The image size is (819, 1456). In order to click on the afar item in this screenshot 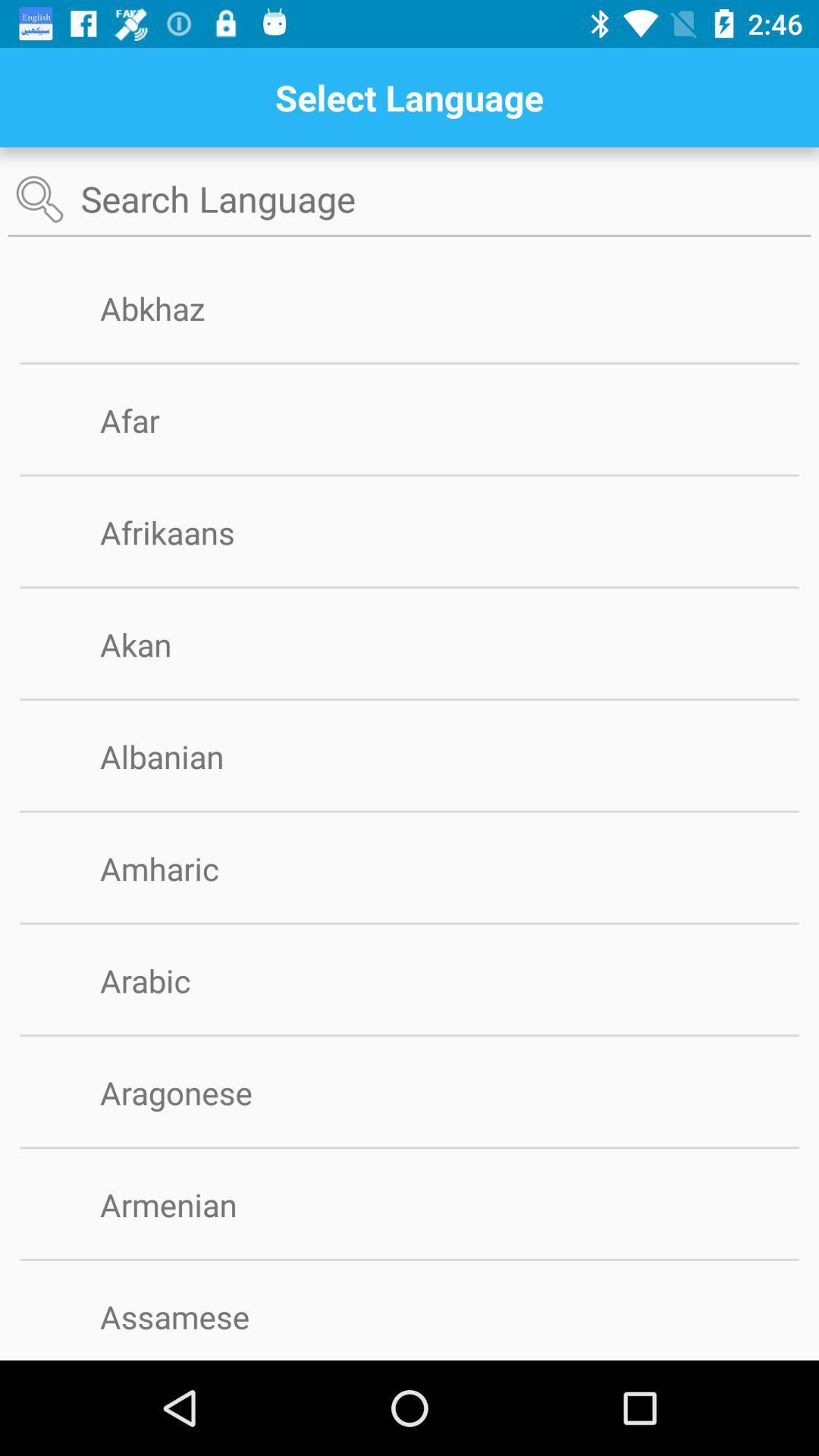, I will do `click(155, 420)`.